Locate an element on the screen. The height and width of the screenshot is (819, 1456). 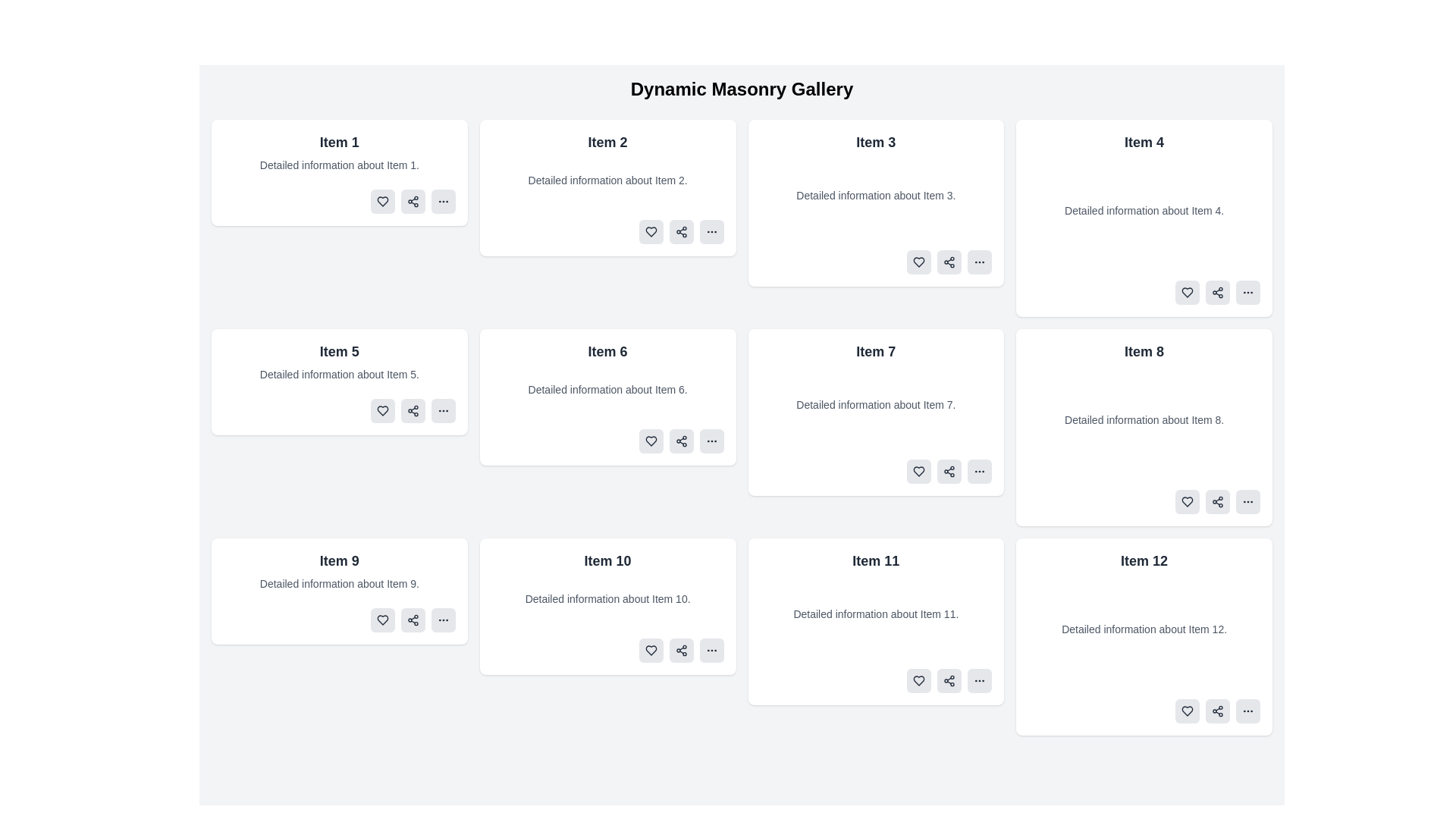
the rightmost button in the row of actions below the 'Item 2' card in the second column of the first row is located at coordinates (711, 231).